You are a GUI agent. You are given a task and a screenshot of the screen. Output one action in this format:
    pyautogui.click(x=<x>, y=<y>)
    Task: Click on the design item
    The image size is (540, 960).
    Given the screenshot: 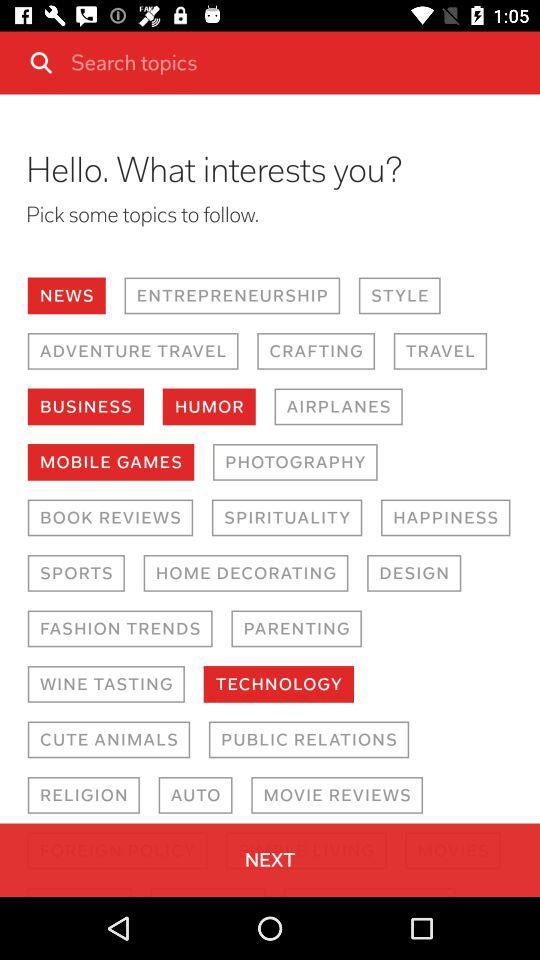 What is the action you would take?
    pyautogui.click(x=413, y=573)
    